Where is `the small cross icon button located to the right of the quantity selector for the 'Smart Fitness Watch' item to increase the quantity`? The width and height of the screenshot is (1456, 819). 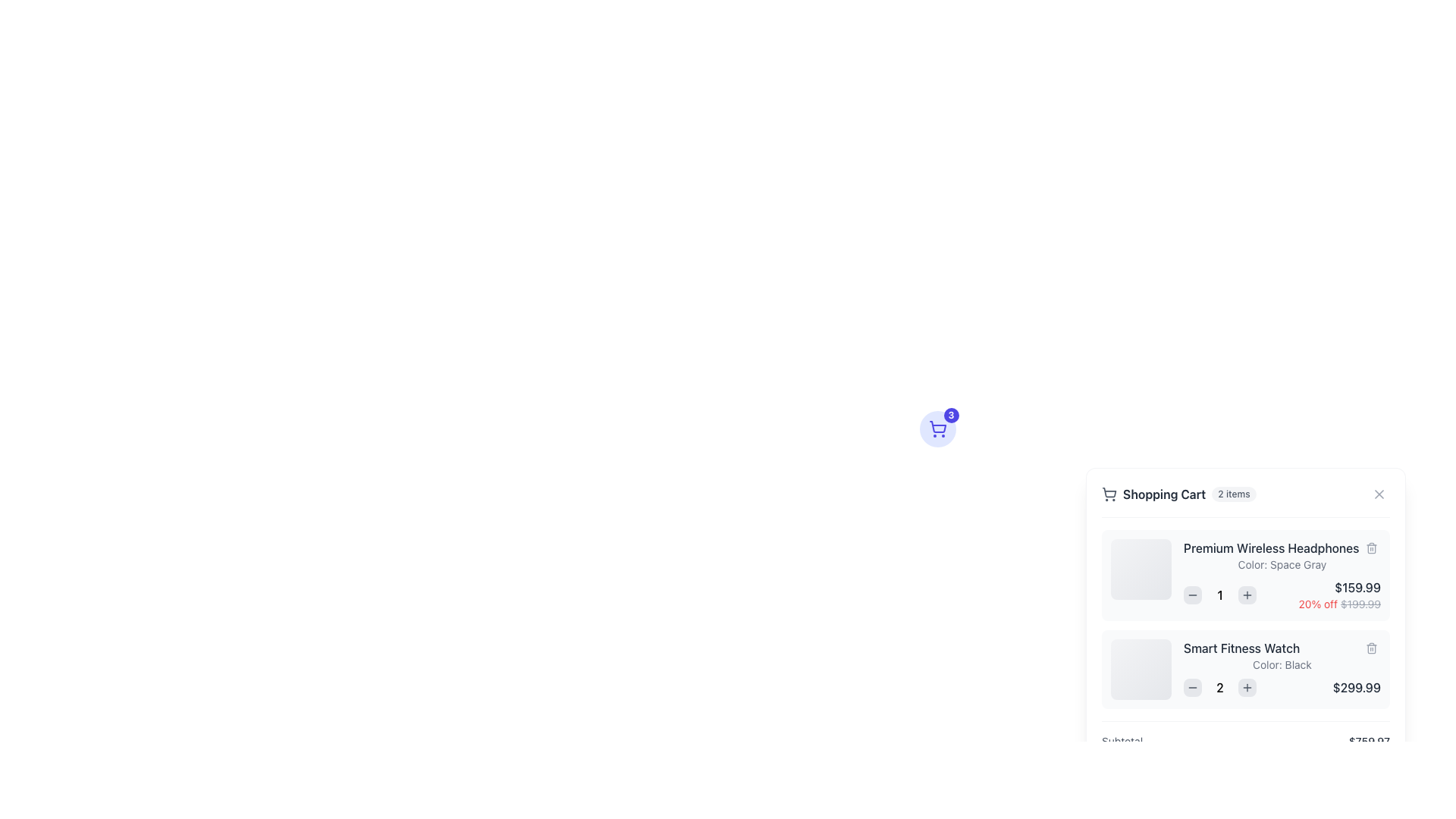 the small cross icon button located to the right of the quantity selector for the 'Smart Fitness Watch' item to increase the quantity is located at coordinates (1247, 687).